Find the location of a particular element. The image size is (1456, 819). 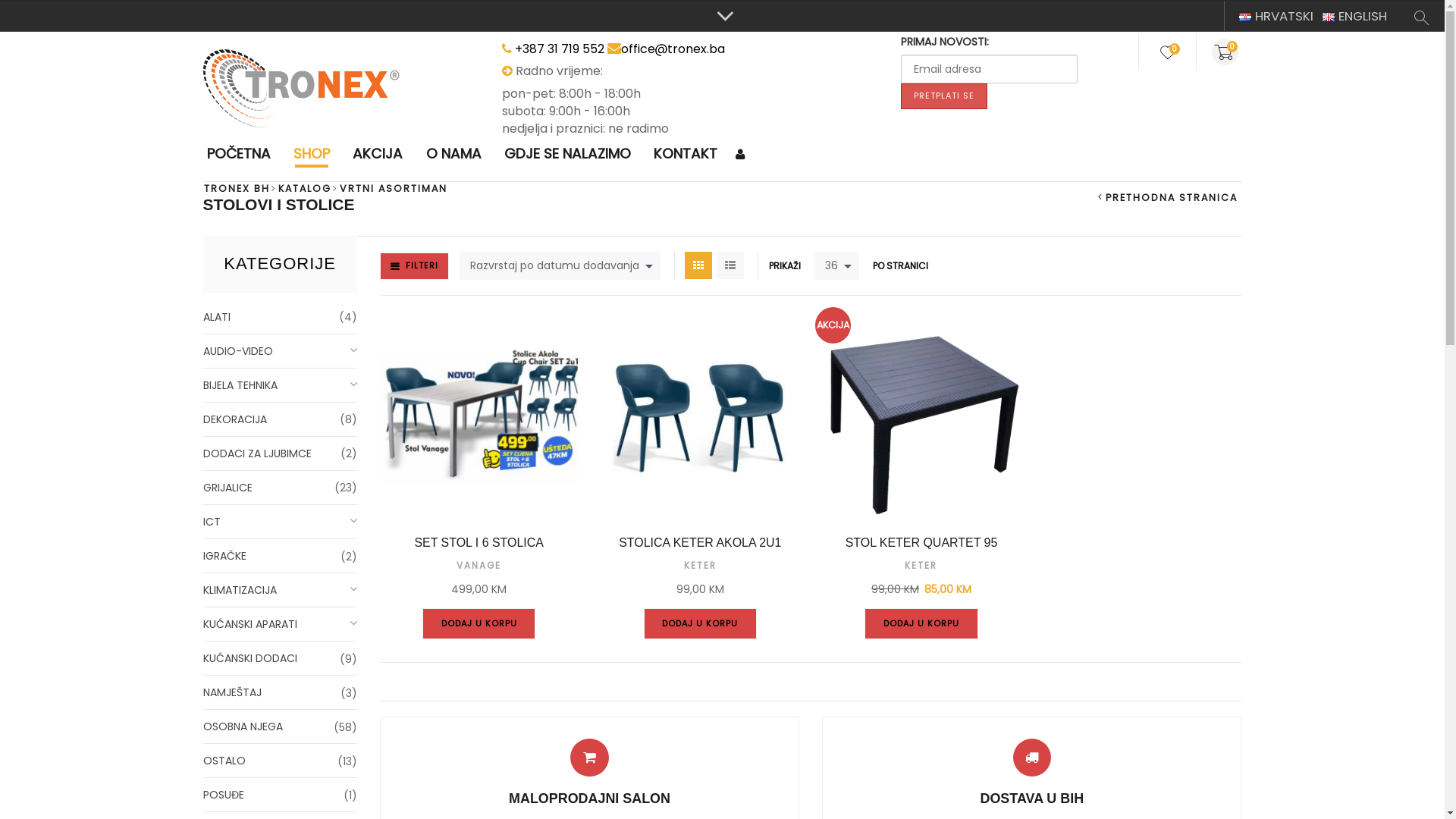

'Pretplati se' is located at coordinates (943, 96).